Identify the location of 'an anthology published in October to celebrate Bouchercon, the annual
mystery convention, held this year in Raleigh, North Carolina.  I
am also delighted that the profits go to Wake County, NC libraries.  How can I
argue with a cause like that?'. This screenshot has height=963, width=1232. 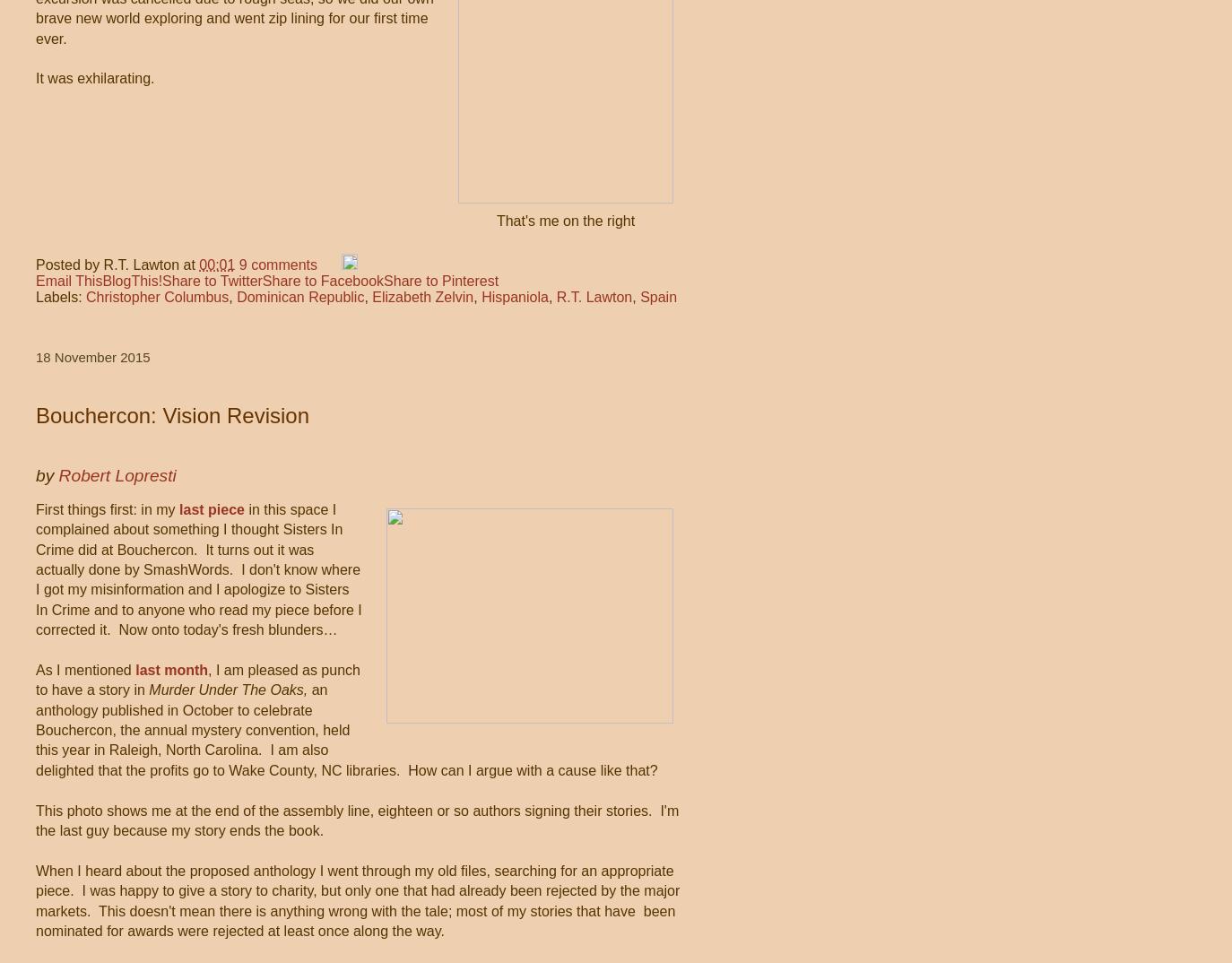
(34, 729).